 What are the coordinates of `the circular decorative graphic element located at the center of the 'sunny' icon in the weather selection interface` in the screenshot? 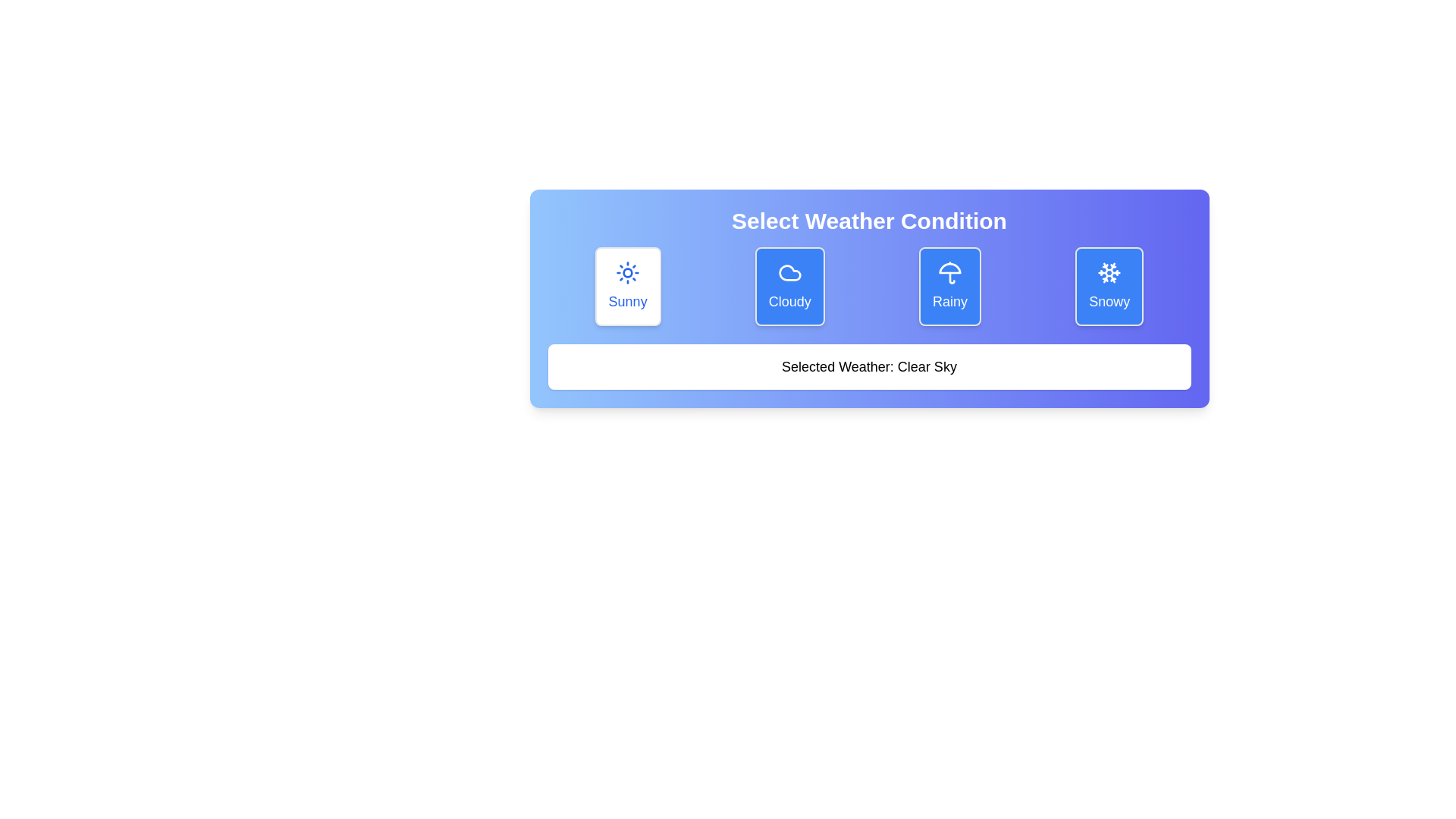 It's located at (628, 271).